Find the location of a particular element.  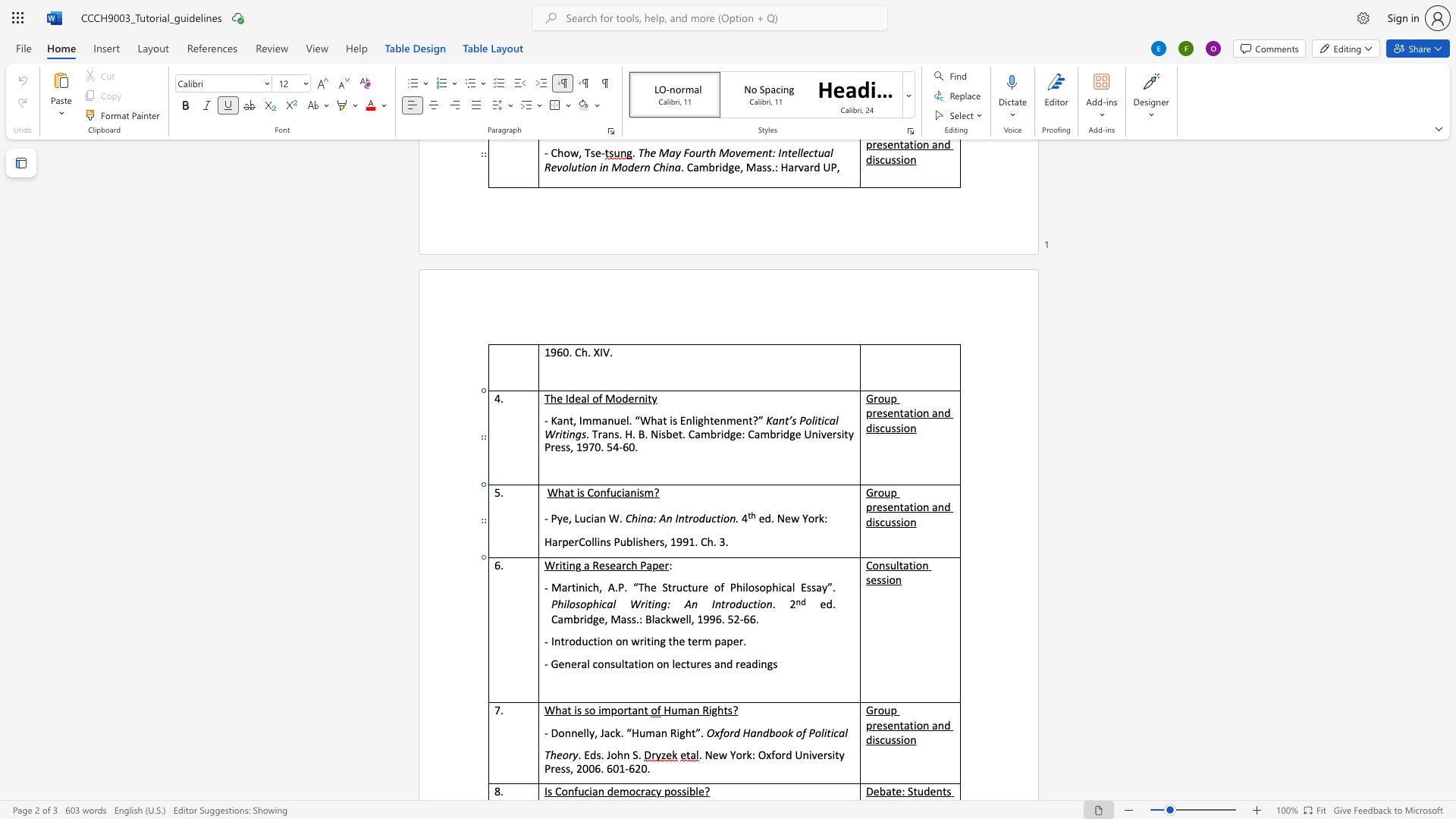

the space between the continuous character "s" and "o" in the text is located at coordinates (760, 586).